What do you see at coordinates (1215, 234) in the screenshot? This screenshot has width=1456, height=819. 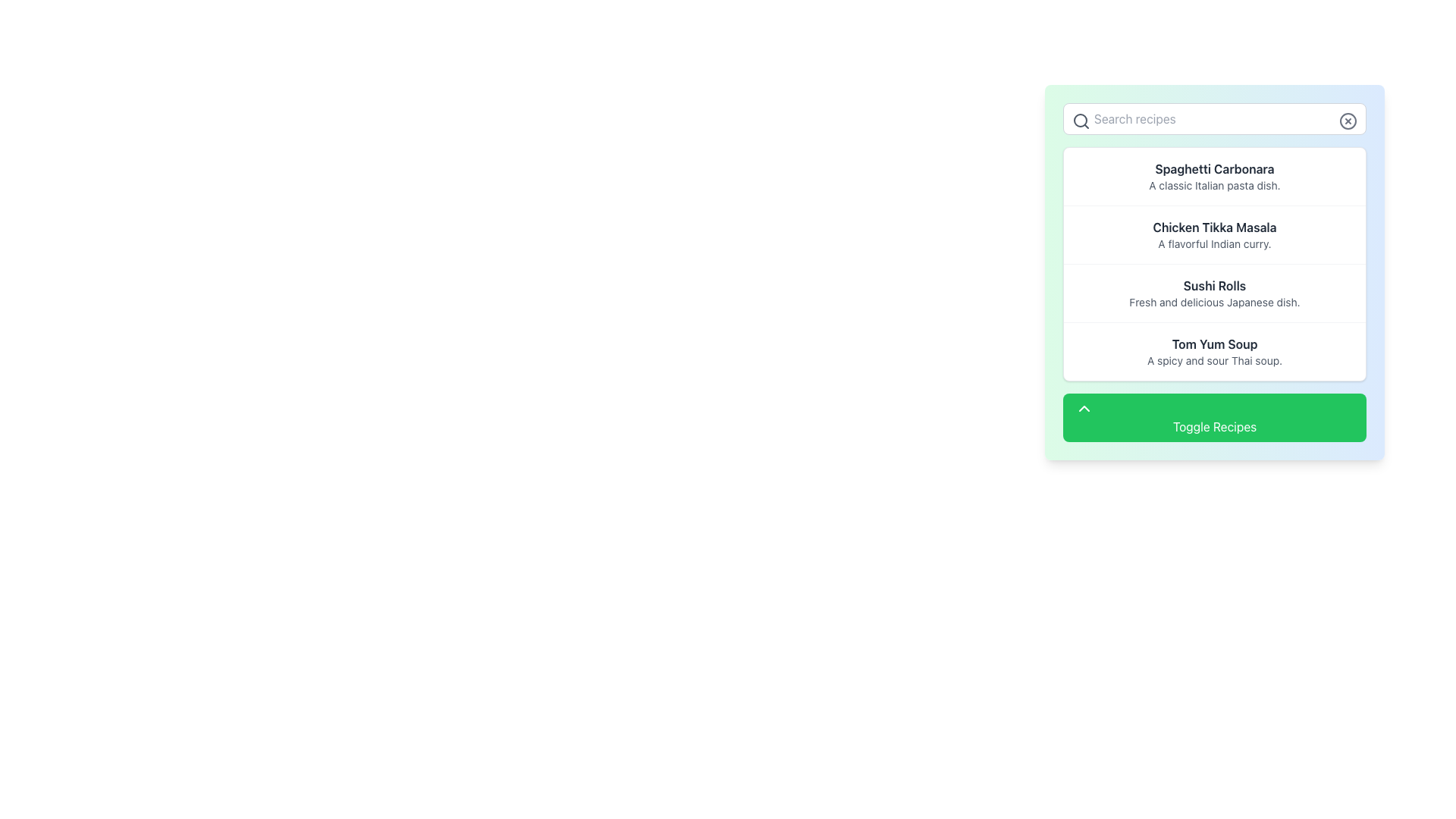 I see `the static text element that summarizes the 'Chicken Tikka Masala' dish, which is the second item in the recipe list, positioned between 'Spaghetti Carbonara' and 'Sushi Rolls'` at bounding box center [1215, 234].